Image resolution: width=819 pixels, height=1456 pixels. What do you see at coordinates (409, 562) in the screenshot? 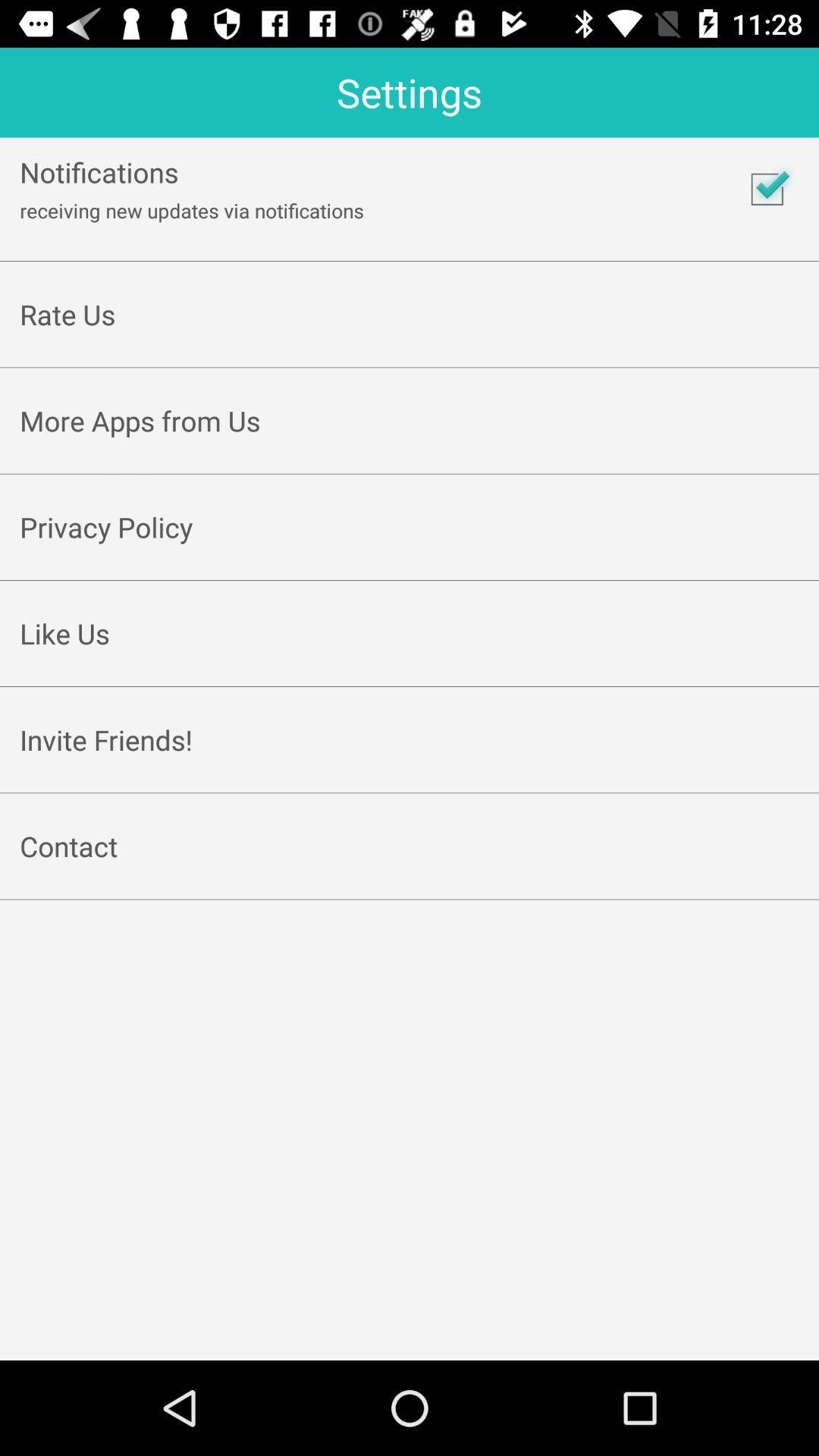
I see `item below privacy policy item` at bounding box center [409, 562].